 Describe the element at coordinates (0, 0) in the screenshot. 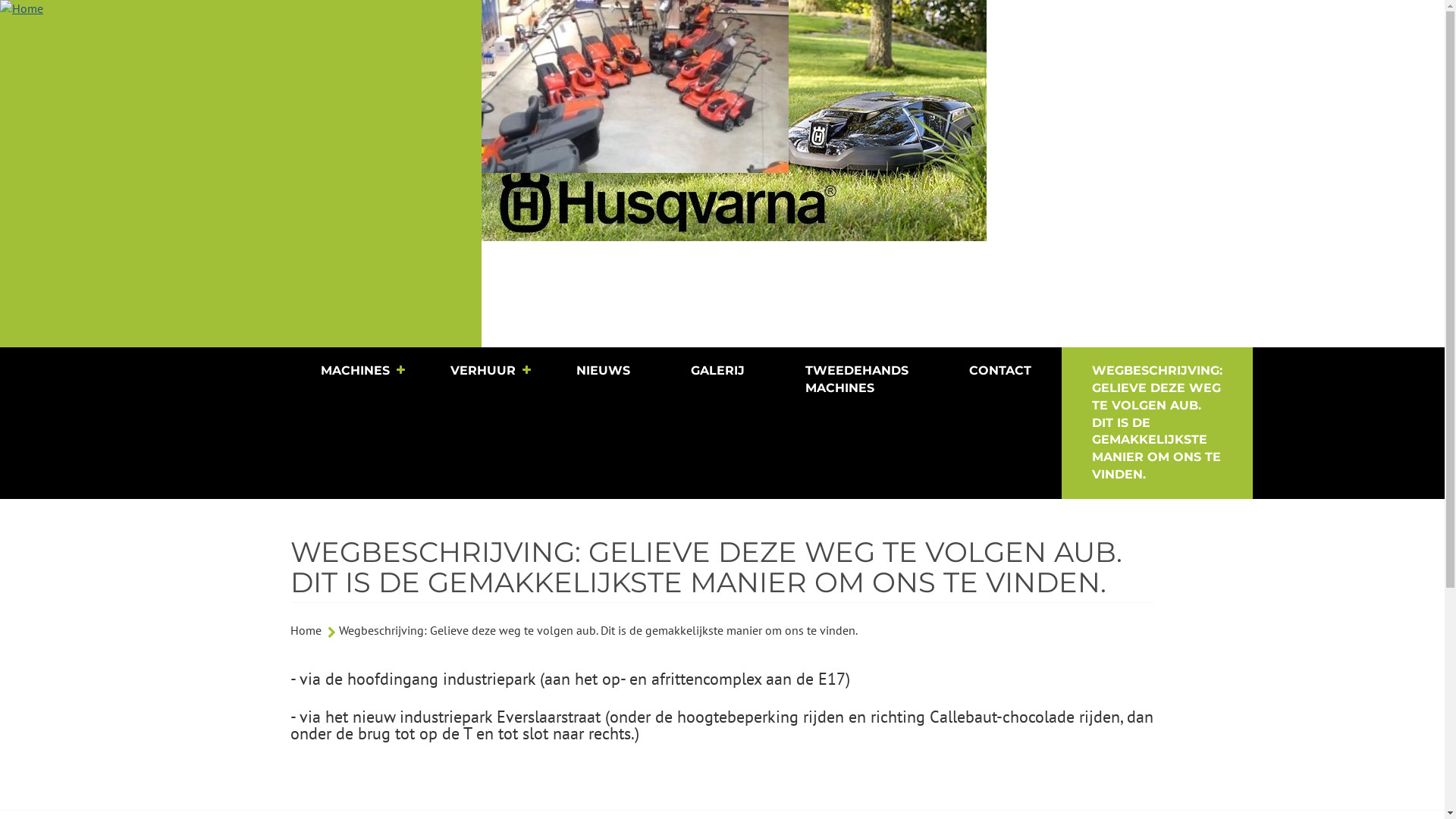

I see `'Overslaan en naar de inhoud gaan'` at that location.